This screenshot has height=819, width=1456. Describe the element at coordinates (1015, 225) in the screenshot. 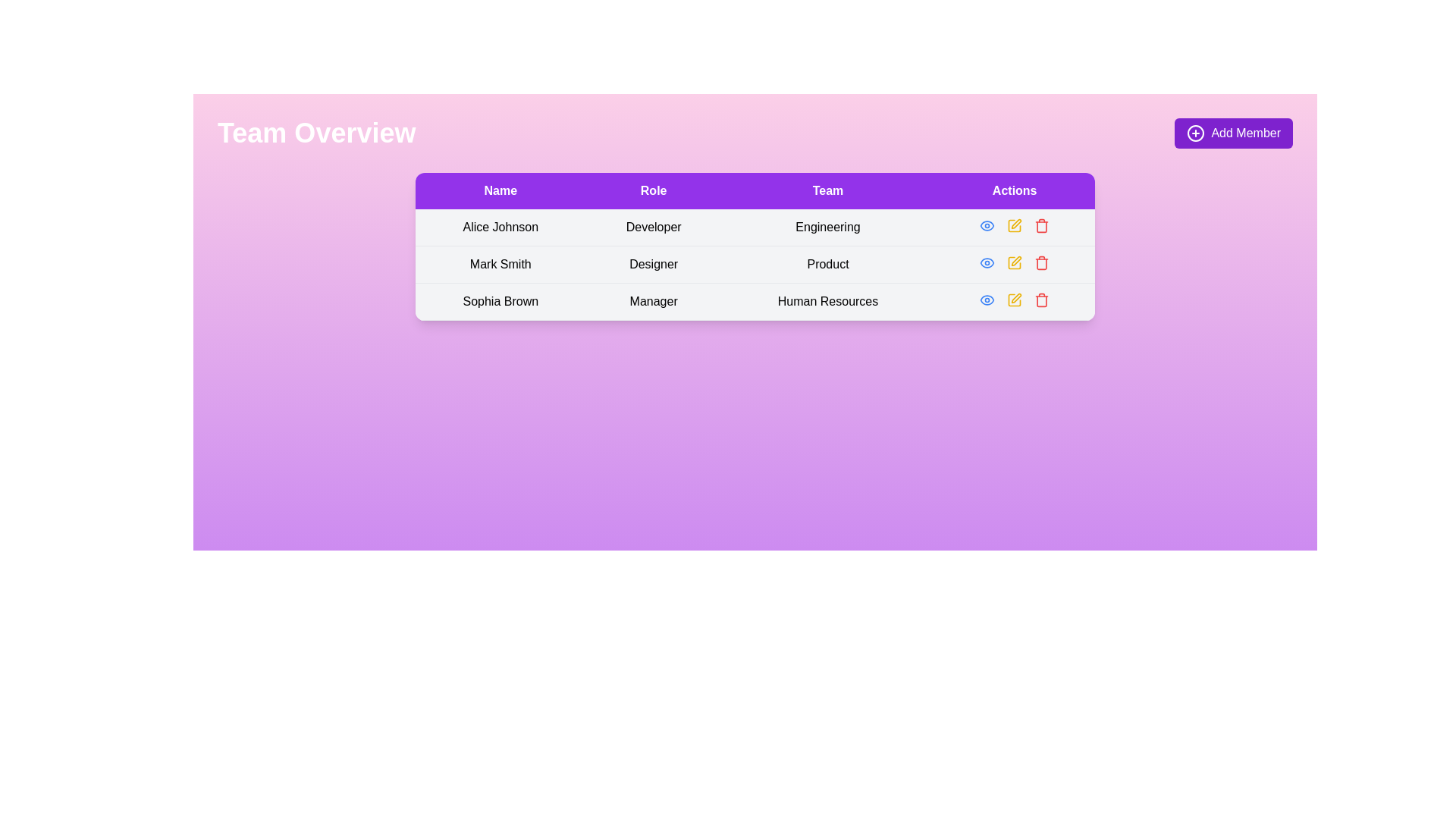

I see `the yellow pencil icon in the actions column` at that location.